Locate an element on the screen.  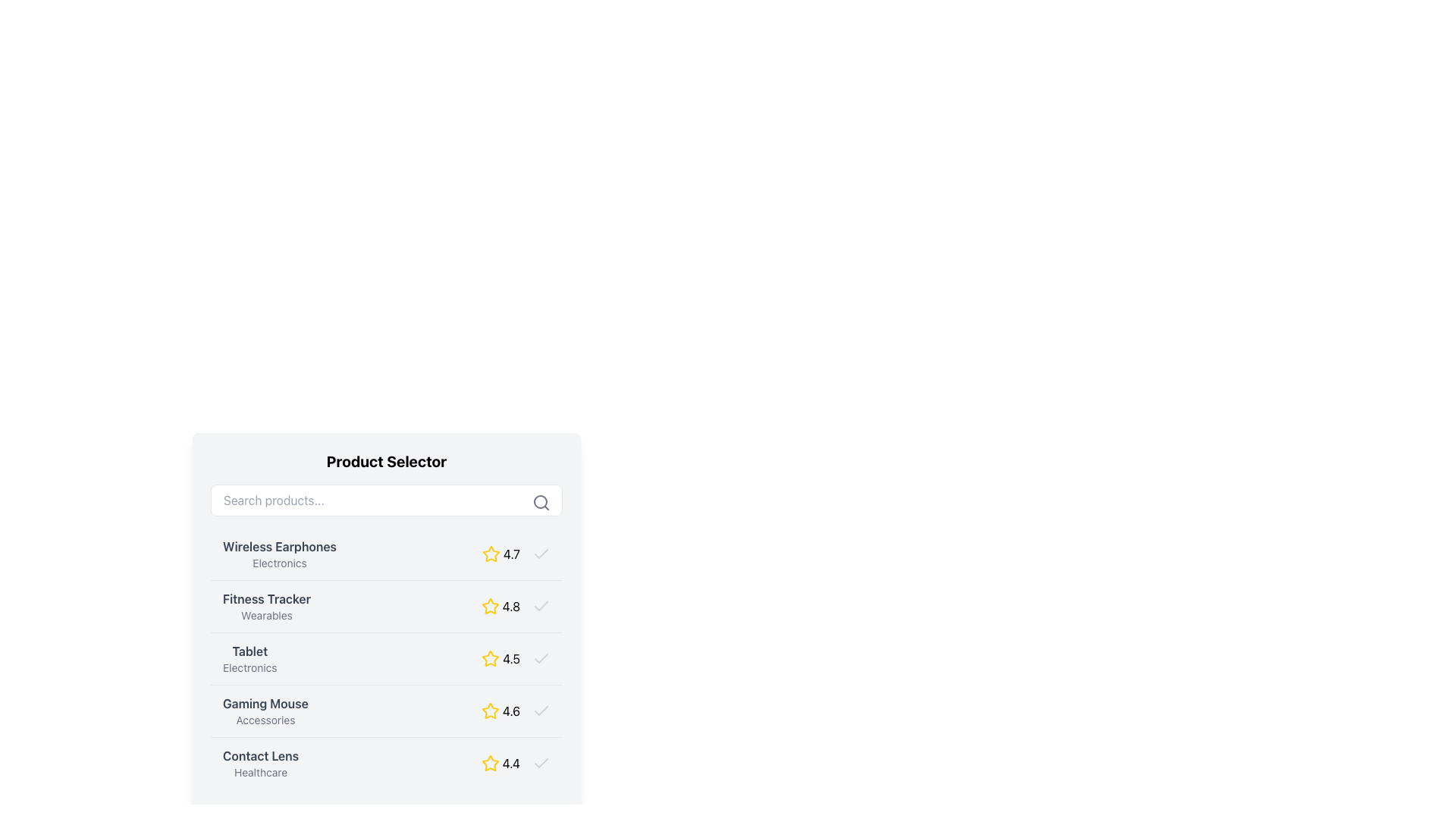
the static text label reading 'Healthcare', which is styled in a smaller font size and light gray color, located directly beneath the 'Contact Lens' title is located at coordinates (261, 772).